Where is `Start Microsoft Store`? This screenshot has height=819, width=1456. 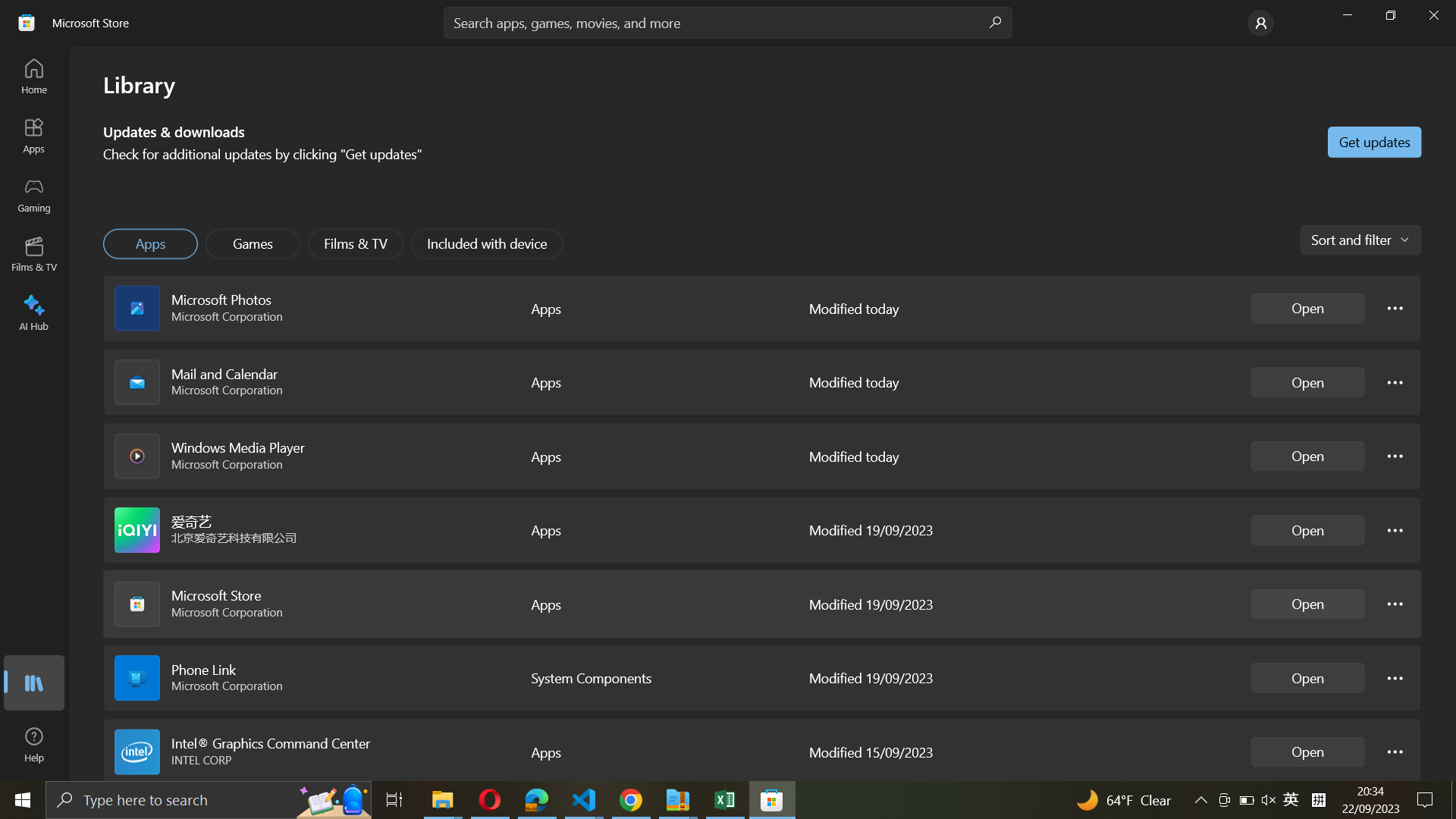 Start Microsoft Store is located at coordinates (1307, 604).